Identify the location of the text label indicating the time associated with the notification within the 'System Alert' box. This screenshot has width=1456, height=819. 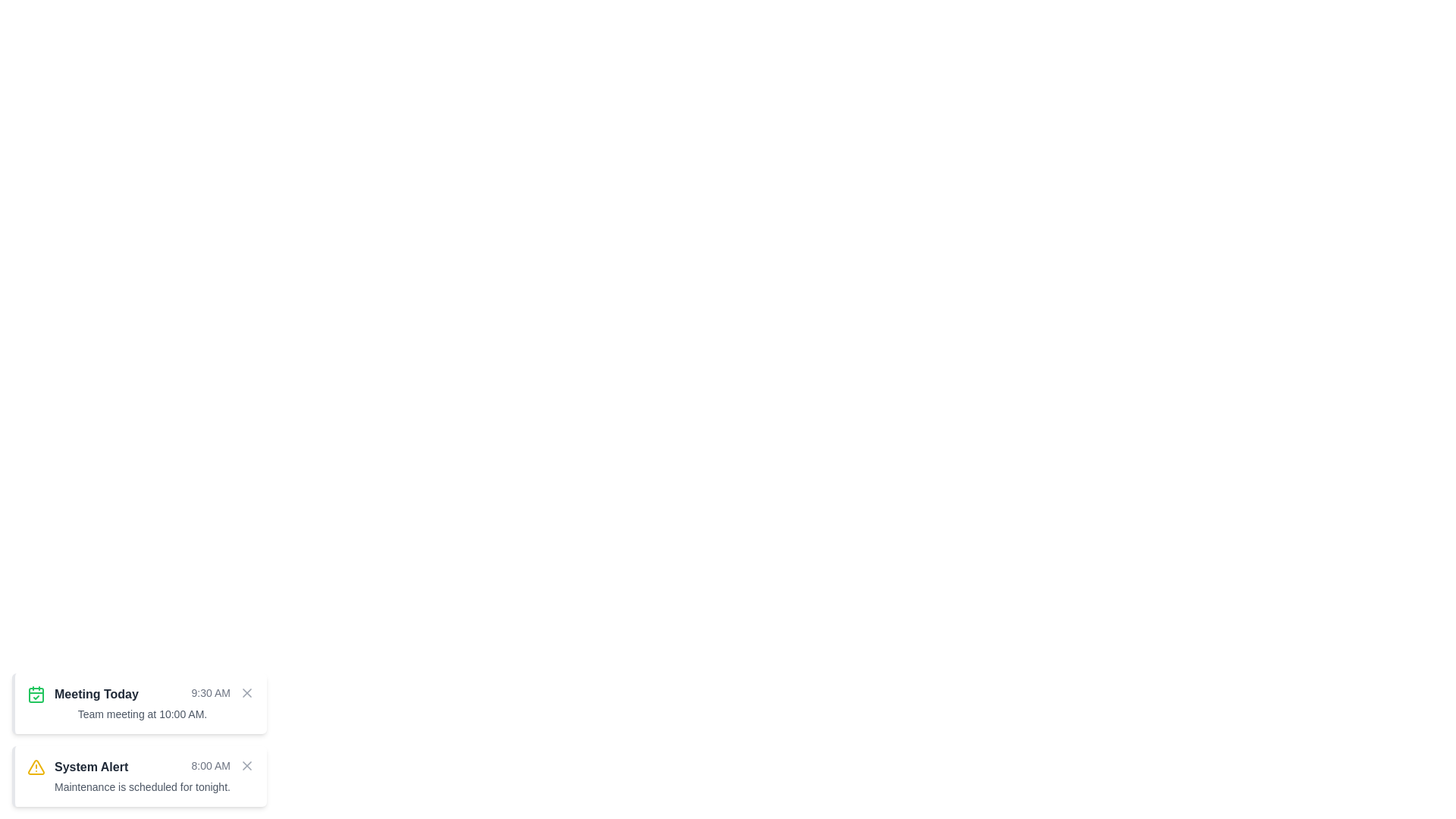
(210, 767).